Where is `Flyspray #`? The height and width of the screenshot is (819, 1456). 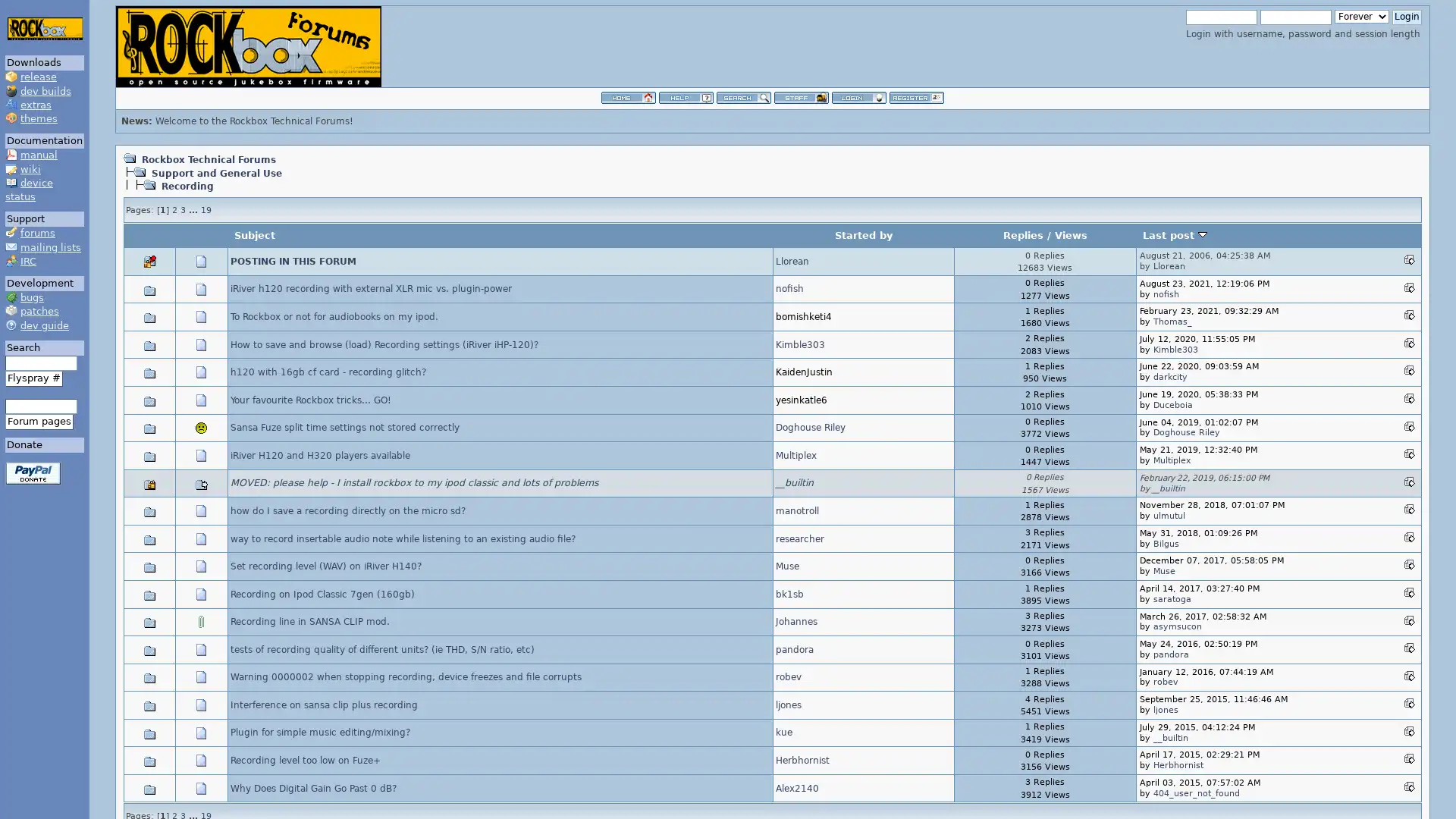
Flyspray # is located at coordinates (33, 377).